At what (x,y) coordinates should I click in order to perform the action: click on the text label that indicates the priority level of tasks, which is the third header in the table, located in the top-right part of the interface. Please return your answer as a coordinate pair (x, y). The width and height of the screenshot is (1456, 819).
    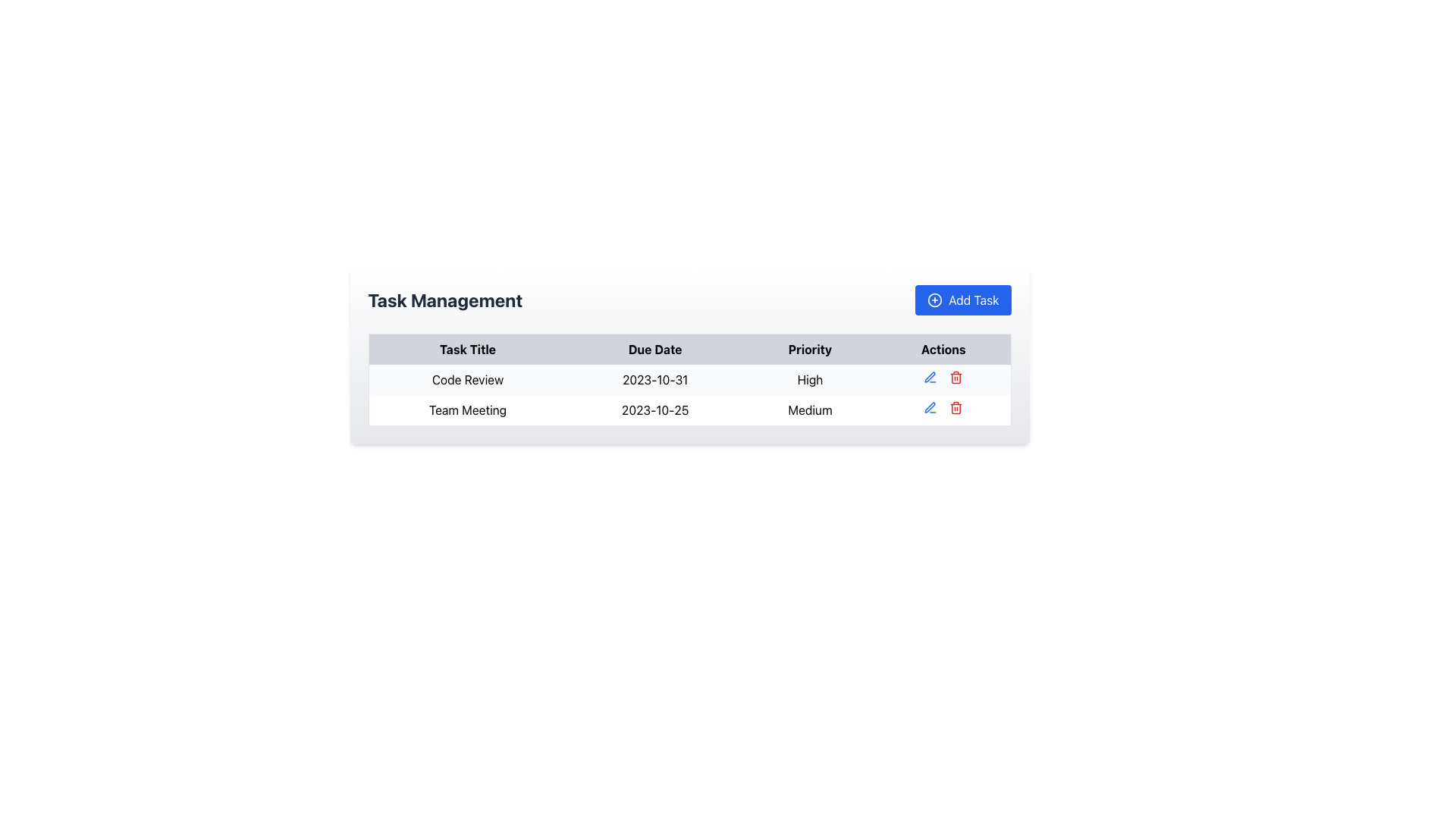
    Looking at the image, I should click on (809, 349).